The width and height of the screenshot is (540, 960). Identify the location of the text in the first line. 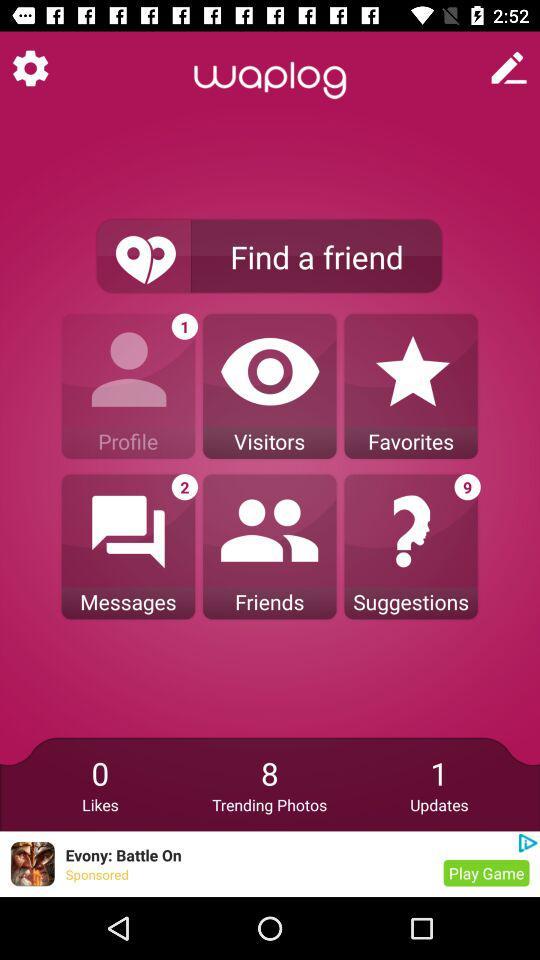
(270, 80).